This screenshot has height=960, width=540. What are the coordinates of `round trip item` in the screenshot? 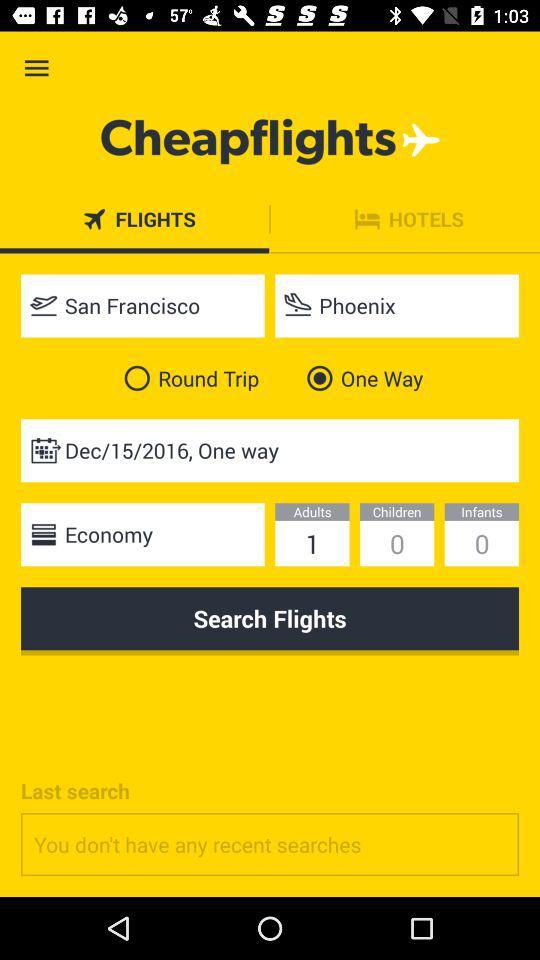 It's located at (187, 377).